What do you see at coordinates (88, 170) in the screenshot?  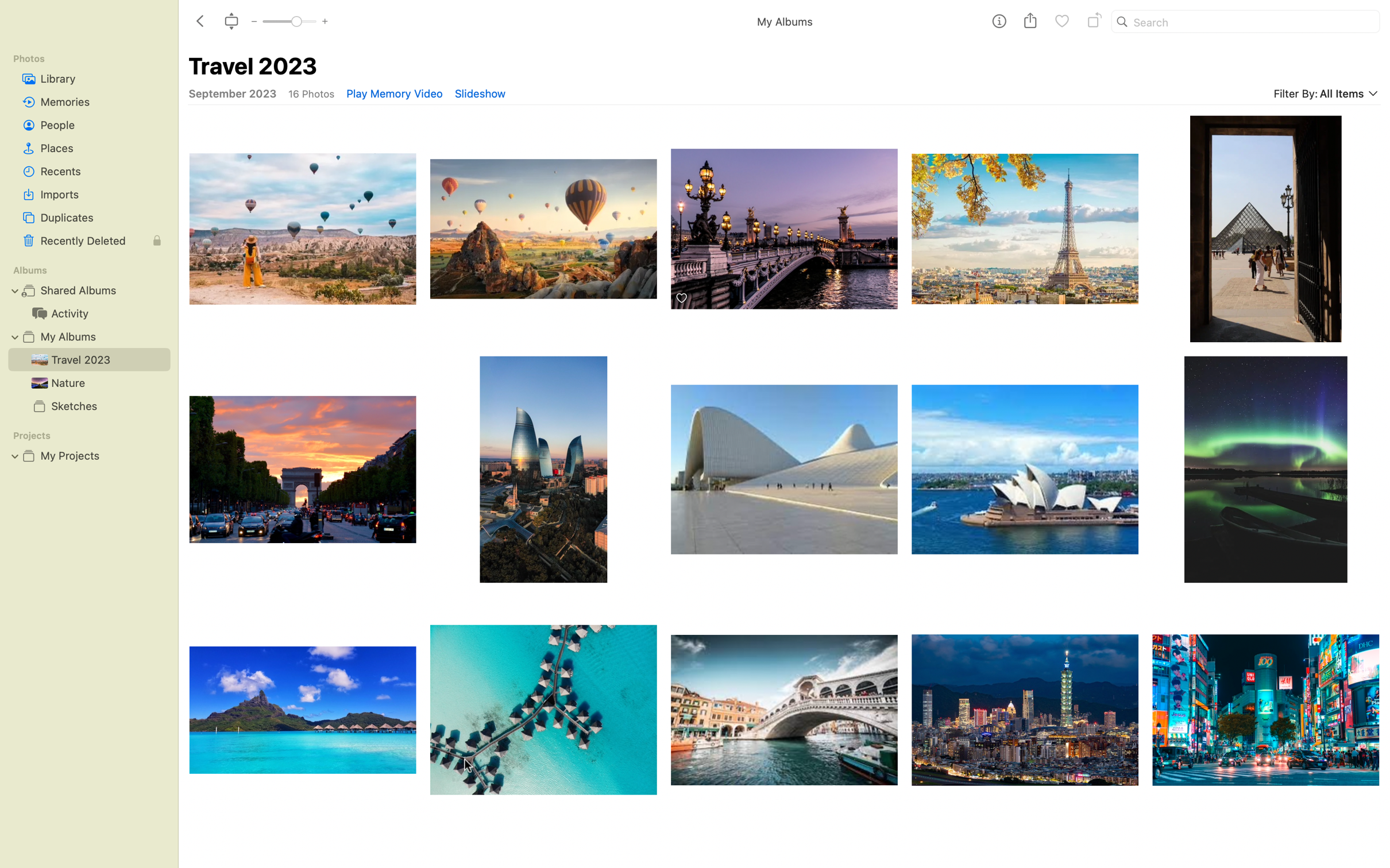 I see `the "Recents" album and expand the size of the photos using the top control bar` at bounding box center [88, 170].